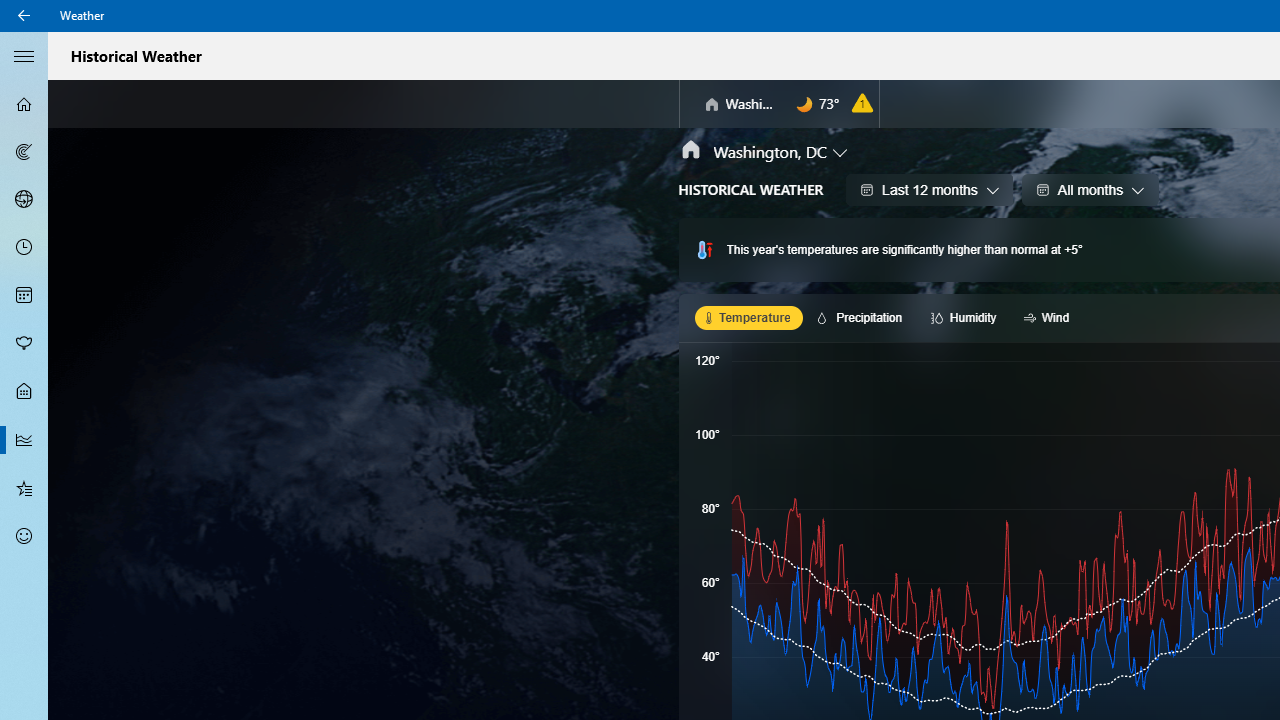 The image size is (1280, 720). I want to click on 'Maps - Not Selected', so click(24, 150).